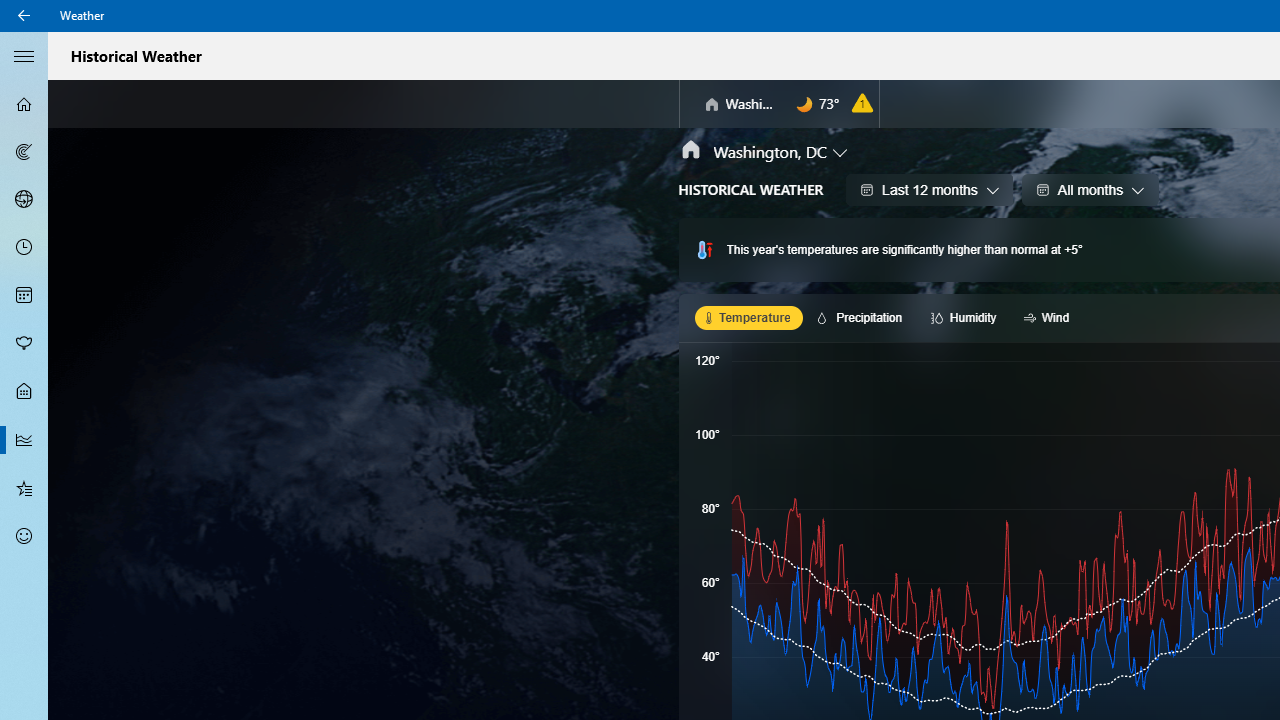 The image size is (1280, 720). I want to click on 'Maps - Not Selected', so click(24, 150).